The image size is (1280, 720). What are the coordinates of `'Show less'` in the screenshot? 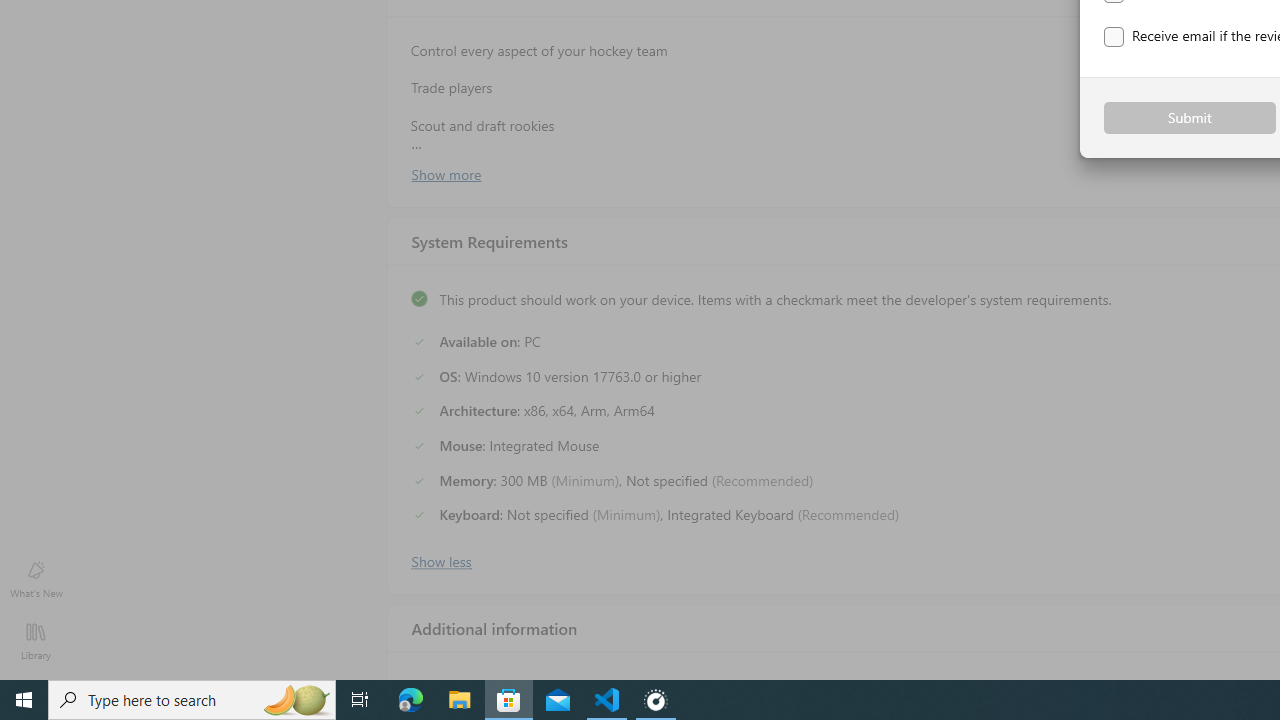 It's located at (439, 559).